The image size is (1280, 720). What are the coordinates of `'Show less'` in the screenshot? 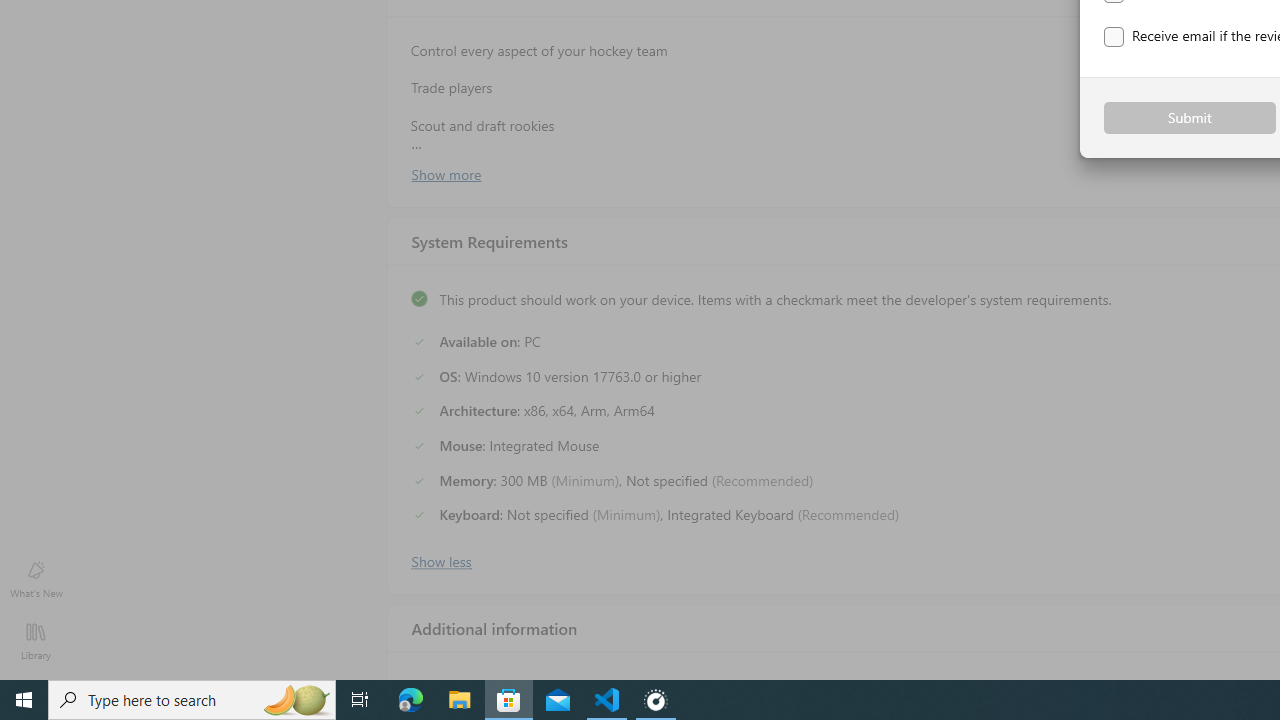 It's located at (439, 559).